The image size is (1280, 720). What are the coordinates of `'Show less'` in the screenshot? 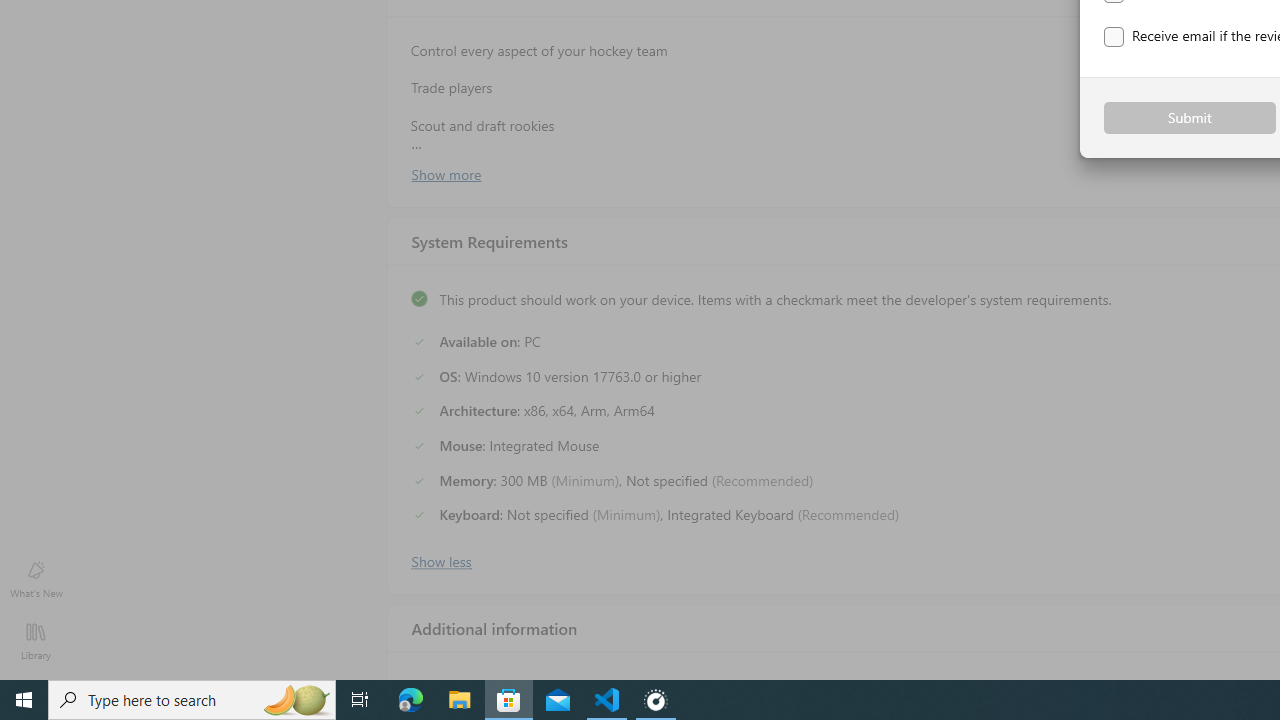 It's located at (439, 559).